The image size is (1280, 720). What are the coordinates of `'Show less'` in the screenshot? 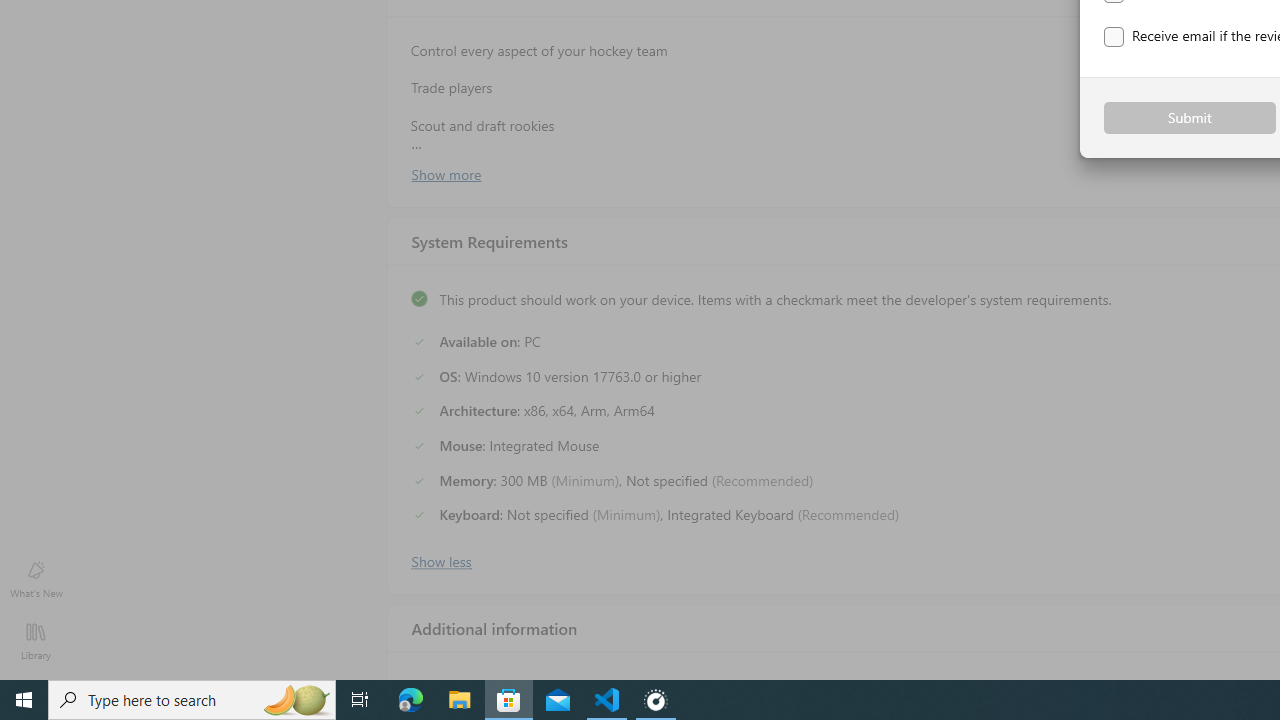 It's located at (439, 559).